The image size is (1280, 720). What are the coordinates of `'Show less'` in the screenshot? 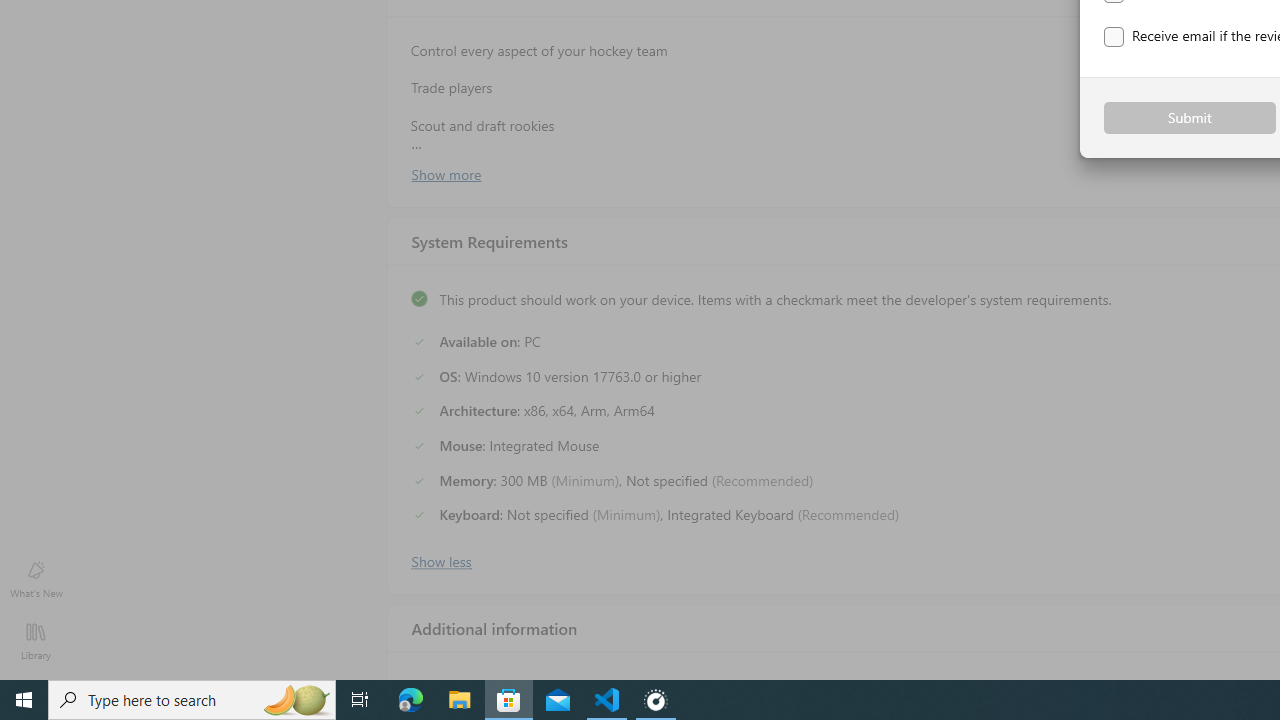 It's located at (439, 559).